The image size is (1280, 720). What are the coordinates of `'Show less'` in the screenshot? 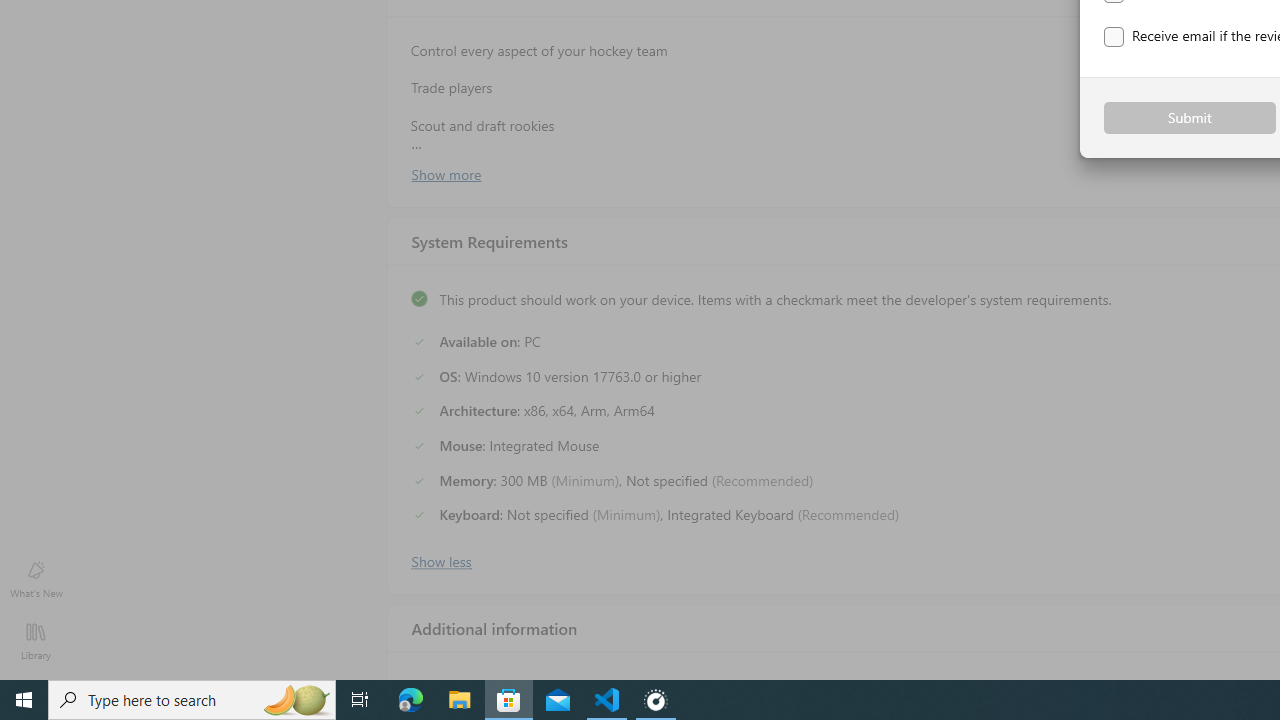 It's located at (439, 559).